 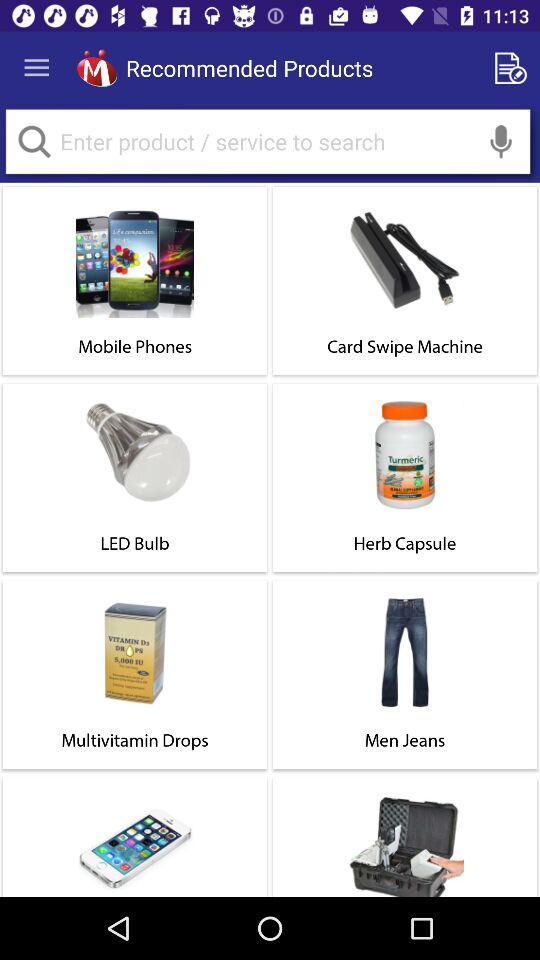 I want to click on search, so click(x=33, y=140).